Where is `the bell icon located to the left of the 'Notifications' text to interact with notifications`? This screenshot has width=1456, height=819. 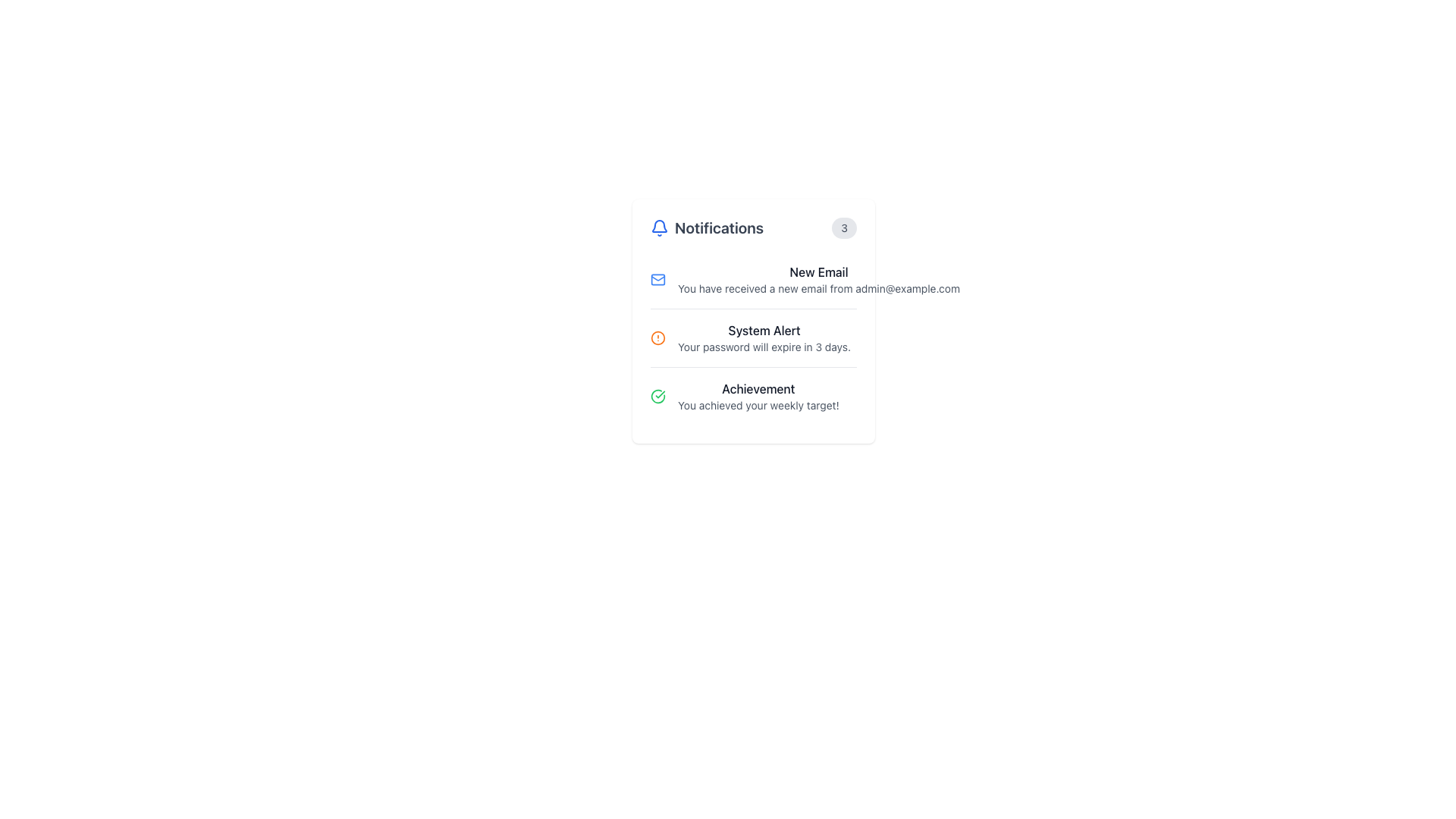
the bell icon located to the left of the 'Notifications' text to interact with notifications is located at coordinates (659, 227).